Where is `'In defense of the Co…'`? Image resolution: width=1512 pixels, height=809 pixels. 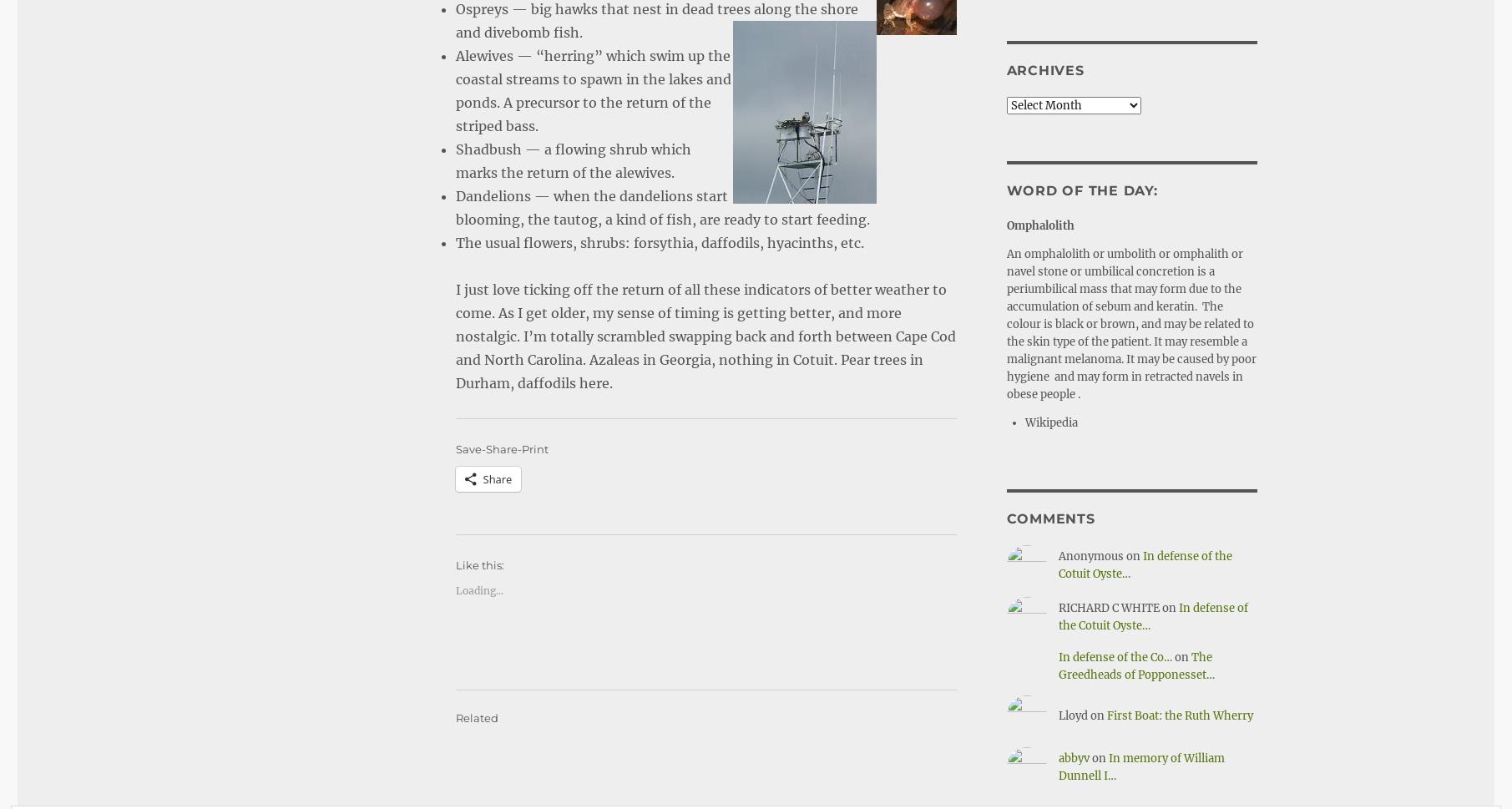
'In defense of the Co…' is located at coordinates (1057, 656).